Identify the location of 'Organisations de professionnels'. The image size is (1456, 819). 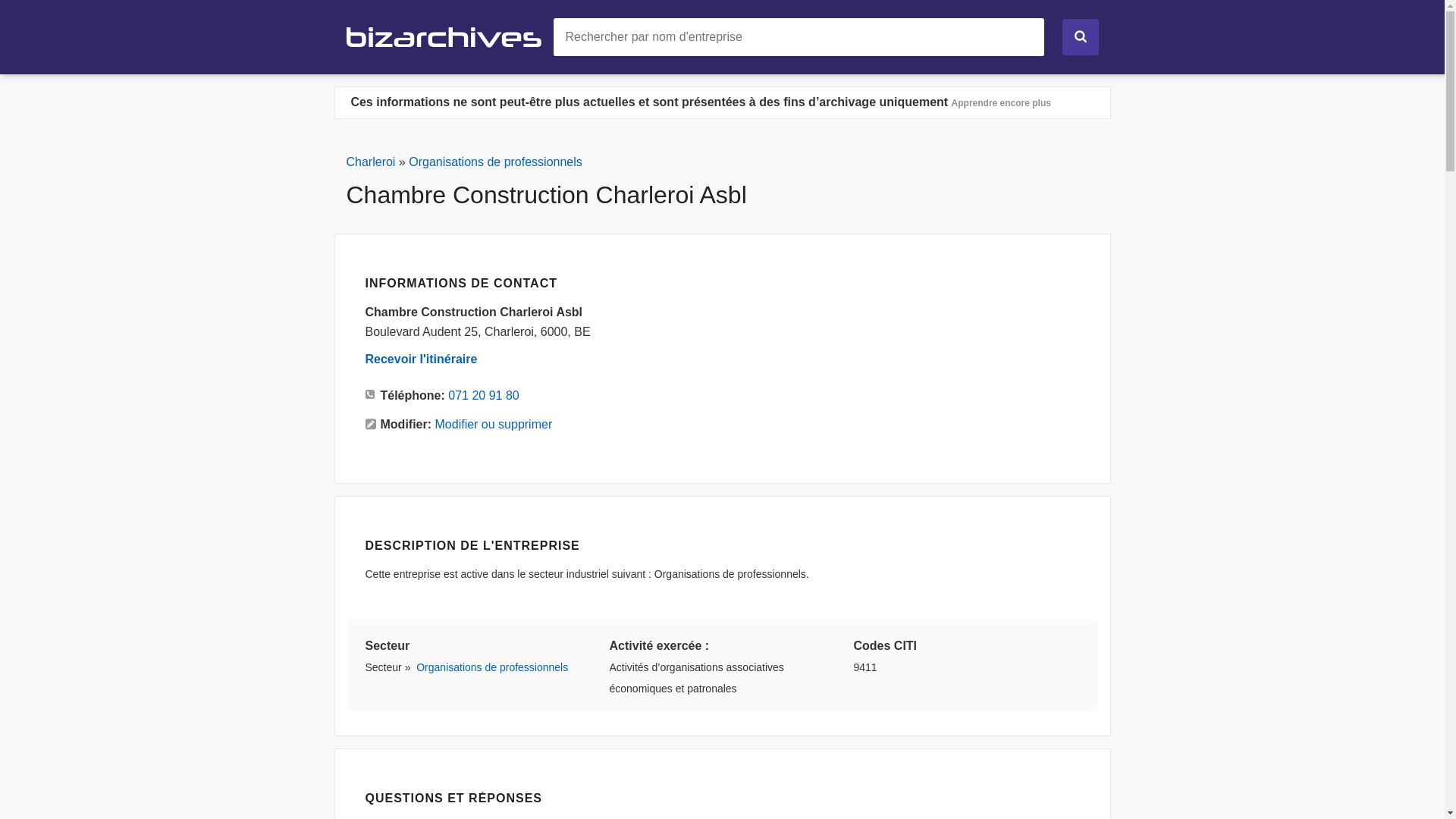
(495, 162).